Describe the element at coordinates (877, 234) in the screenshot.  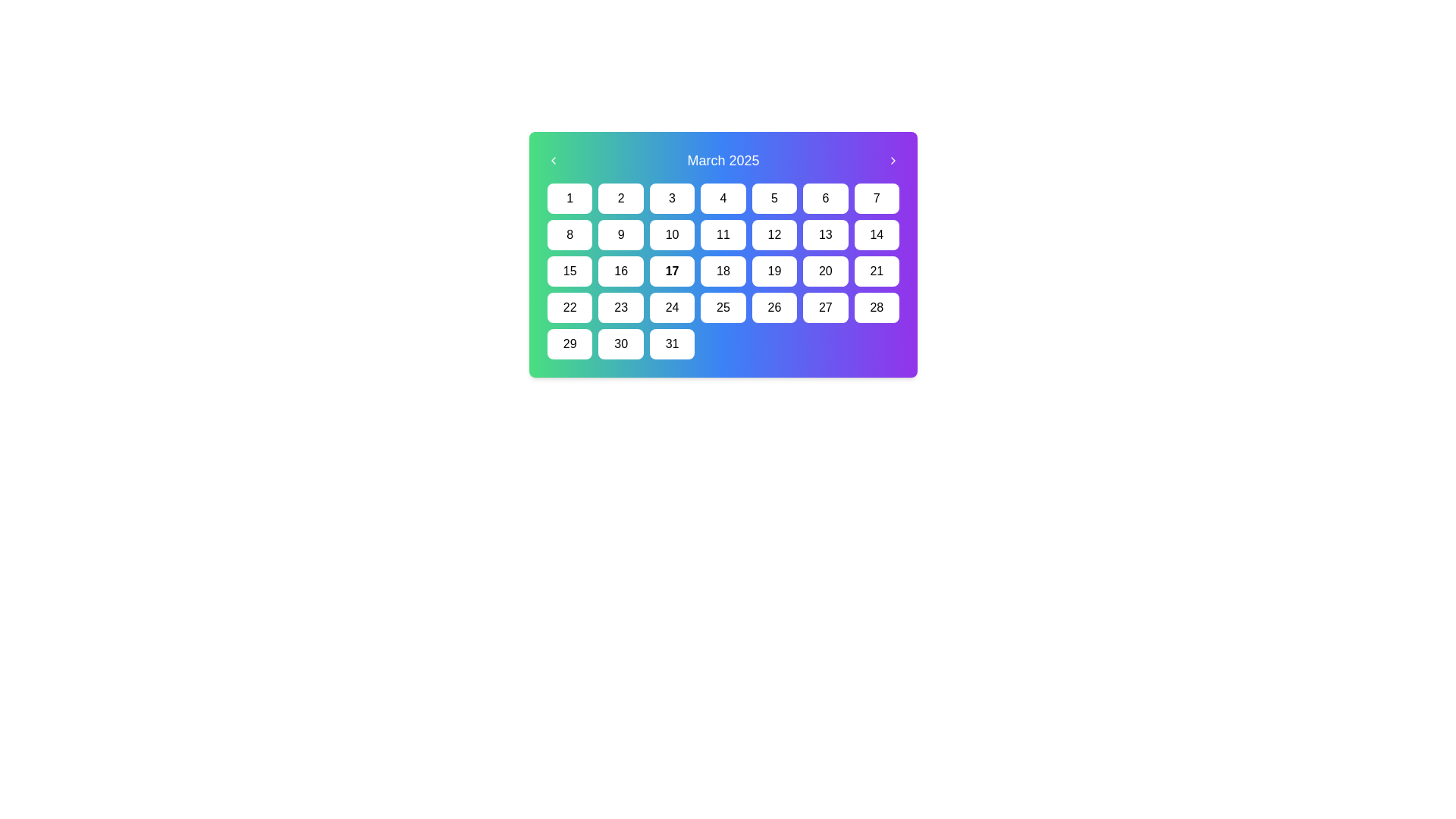
I see `the Calendar day cell representing the 14th day of the month` at that location.